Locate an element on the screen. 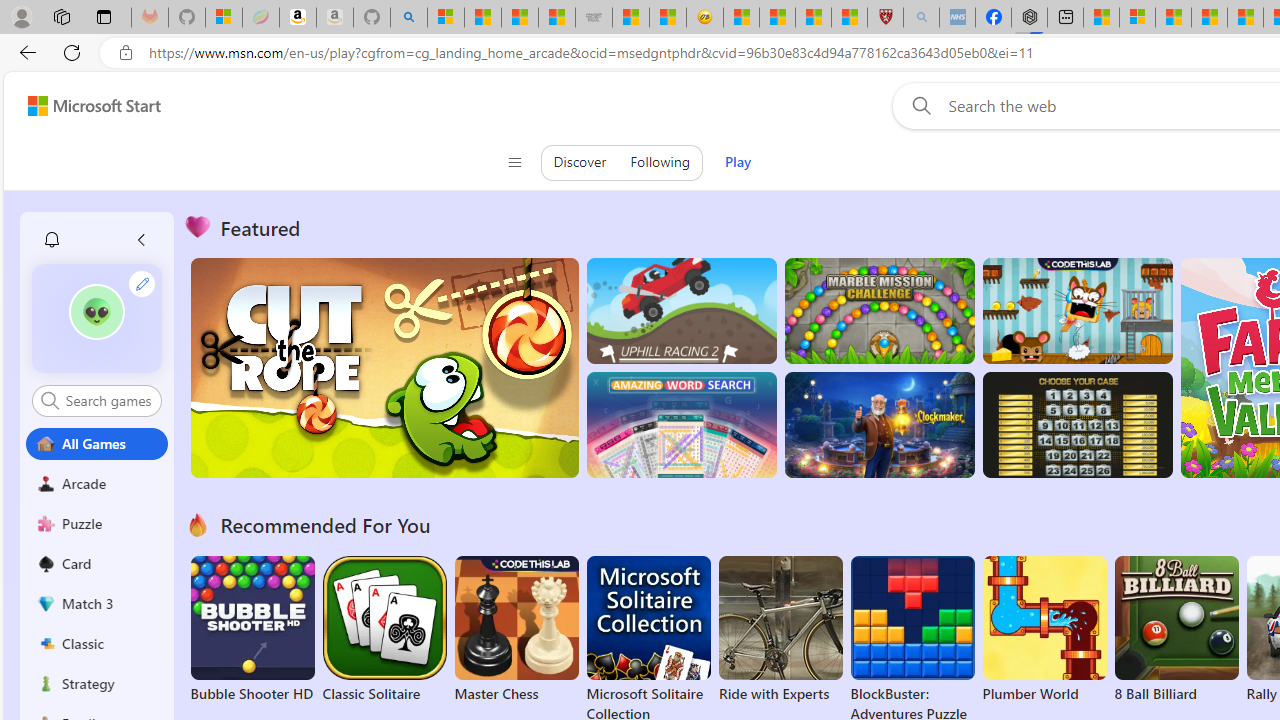 This screenshot has height=720, width=1280. 'Class: search-icon' is located at coordinates (50, 400).